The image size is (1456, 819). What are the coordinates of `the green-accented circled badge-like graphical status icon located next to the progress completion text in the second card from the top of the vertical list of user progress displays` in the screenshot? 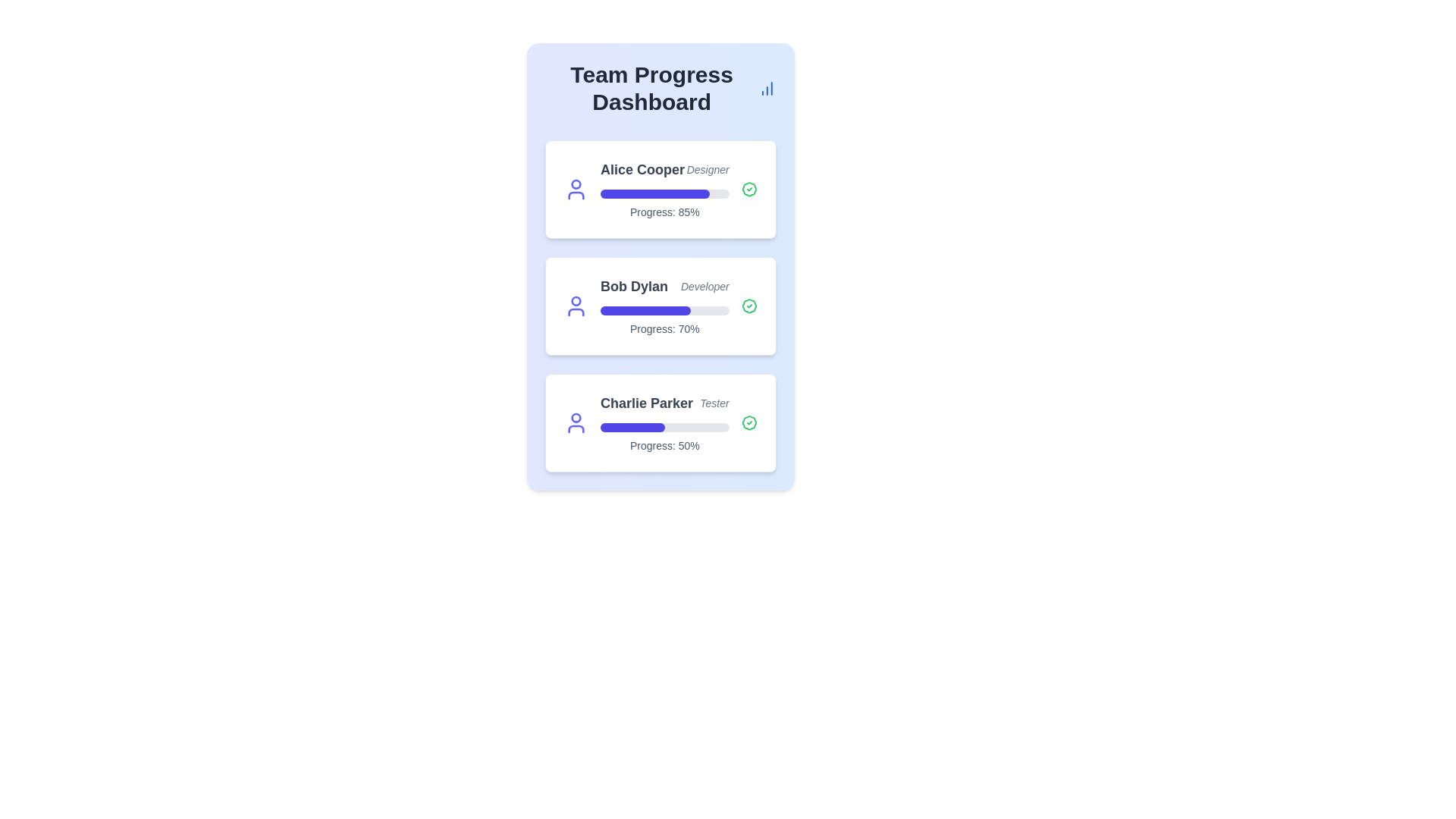 It's located at (749, 189).